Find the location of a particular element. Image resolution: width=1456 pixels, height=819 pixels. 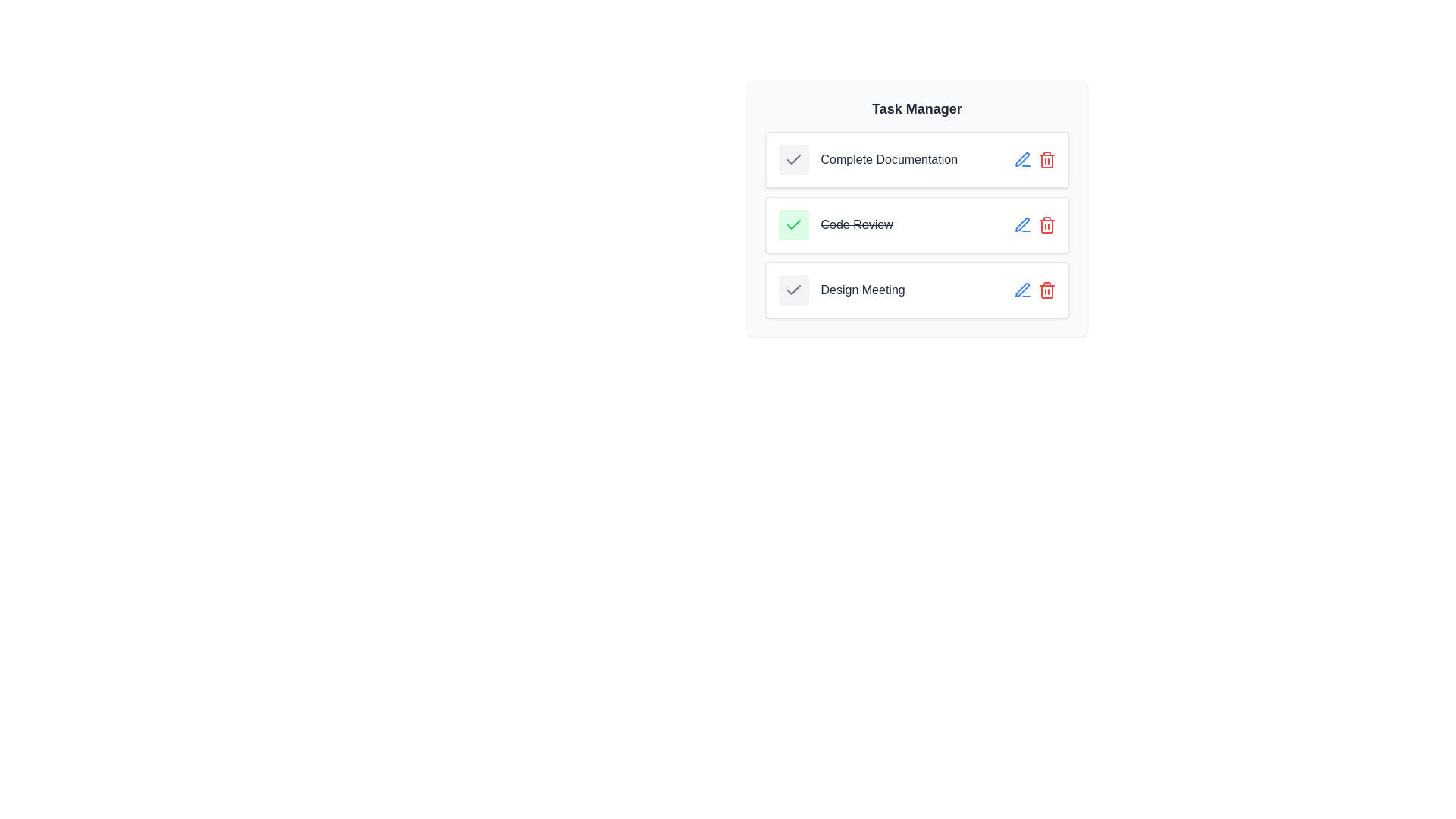

the red trash bin icon in the bottom-right corner of the 'Design Meeting' task card is located at coordinates (1034, 290).